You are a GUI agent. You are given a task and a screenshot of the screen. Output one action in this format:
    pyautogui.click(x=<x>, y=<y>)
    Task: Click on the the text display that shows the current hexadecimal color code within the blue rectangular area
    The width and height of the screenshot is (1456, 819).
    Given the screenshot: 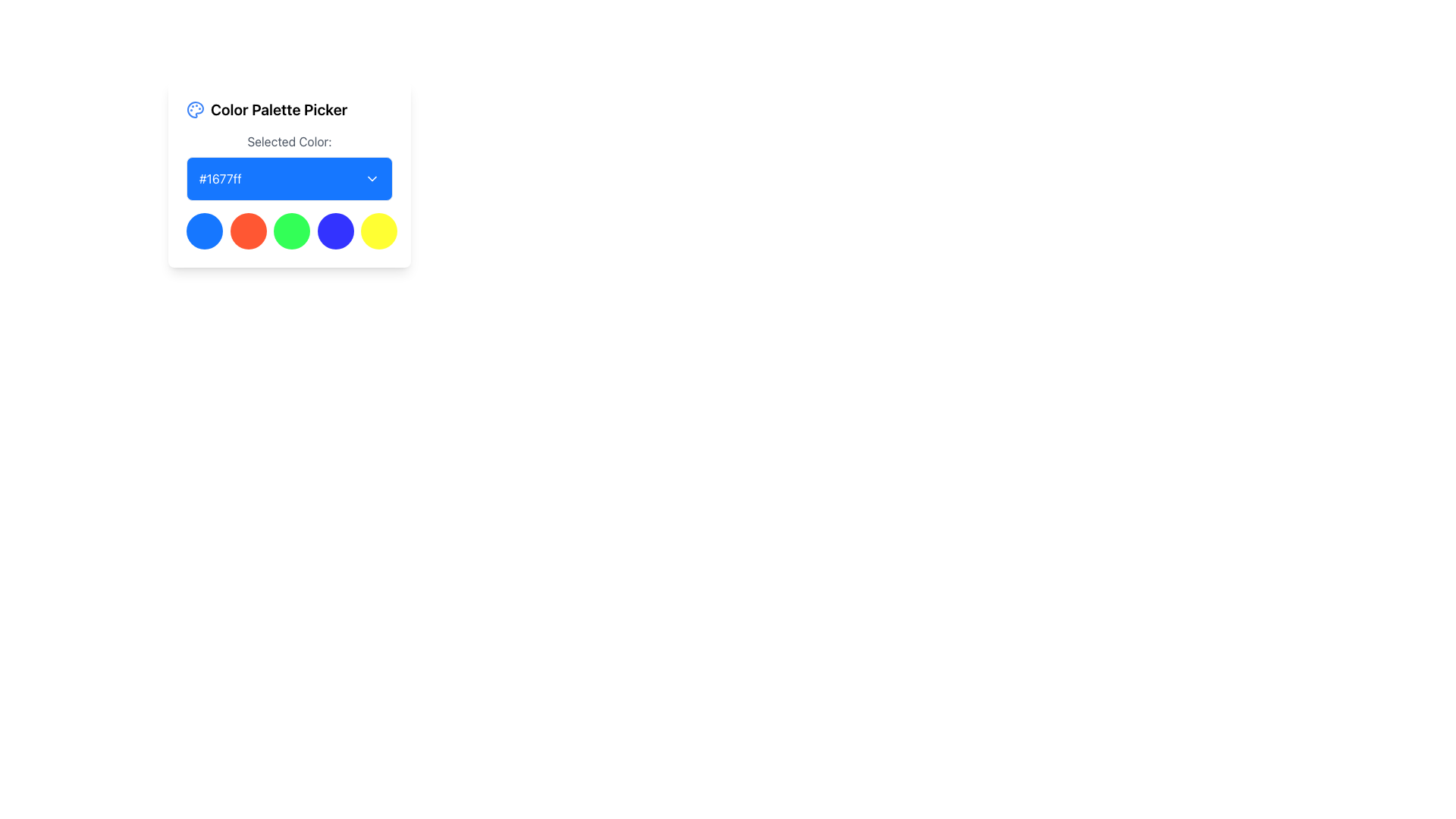 What is the action you would take?
    pyautogui.click(x=219, y=177)
    